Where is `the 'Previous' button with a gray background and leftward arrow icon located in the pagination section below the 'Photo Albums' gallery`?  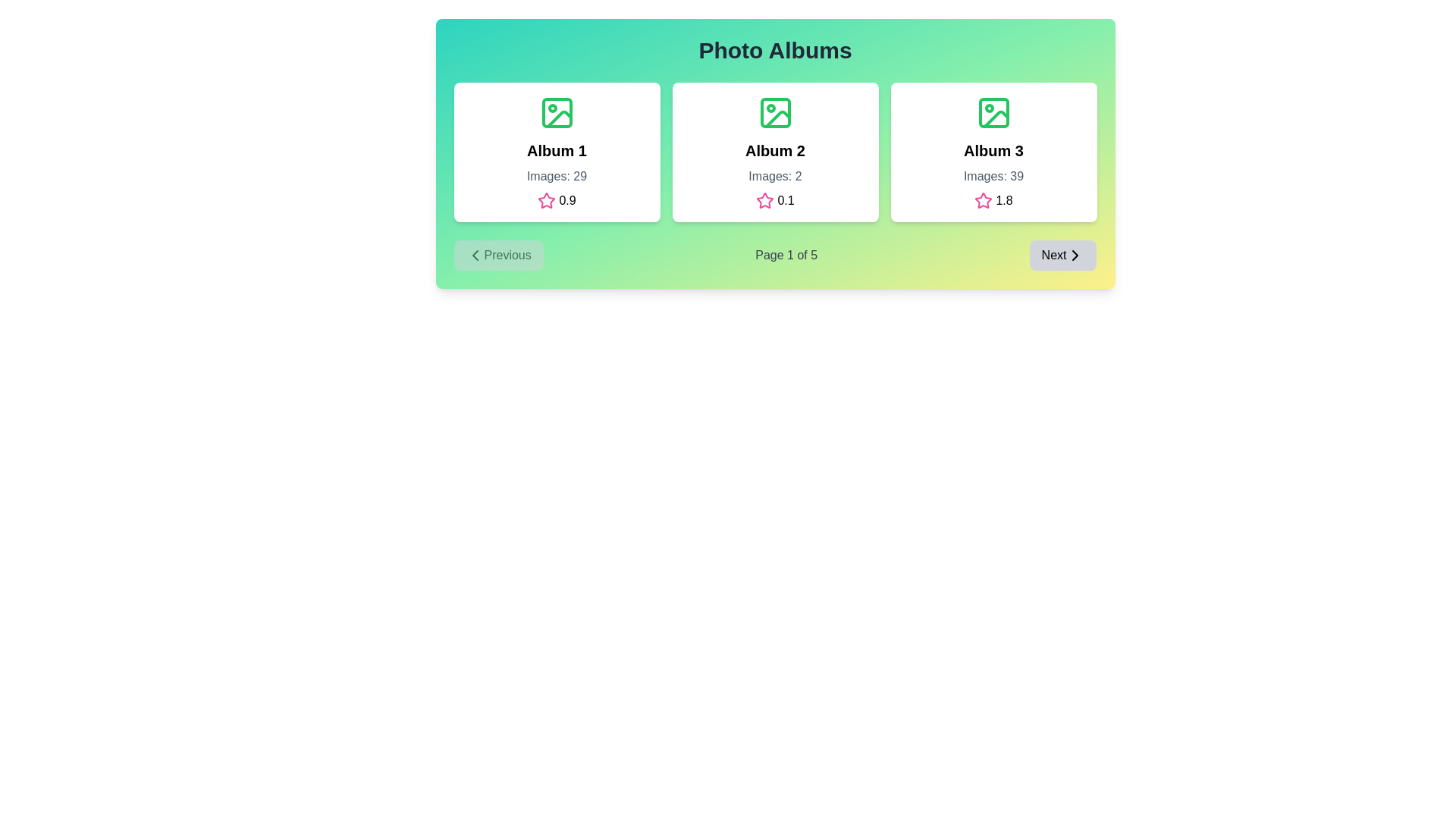
the 'Previous' button with a gray background and leftward arrow icon located in the pagination section below the 'Photo Albums' gallery is located at coordinates (498, 254).